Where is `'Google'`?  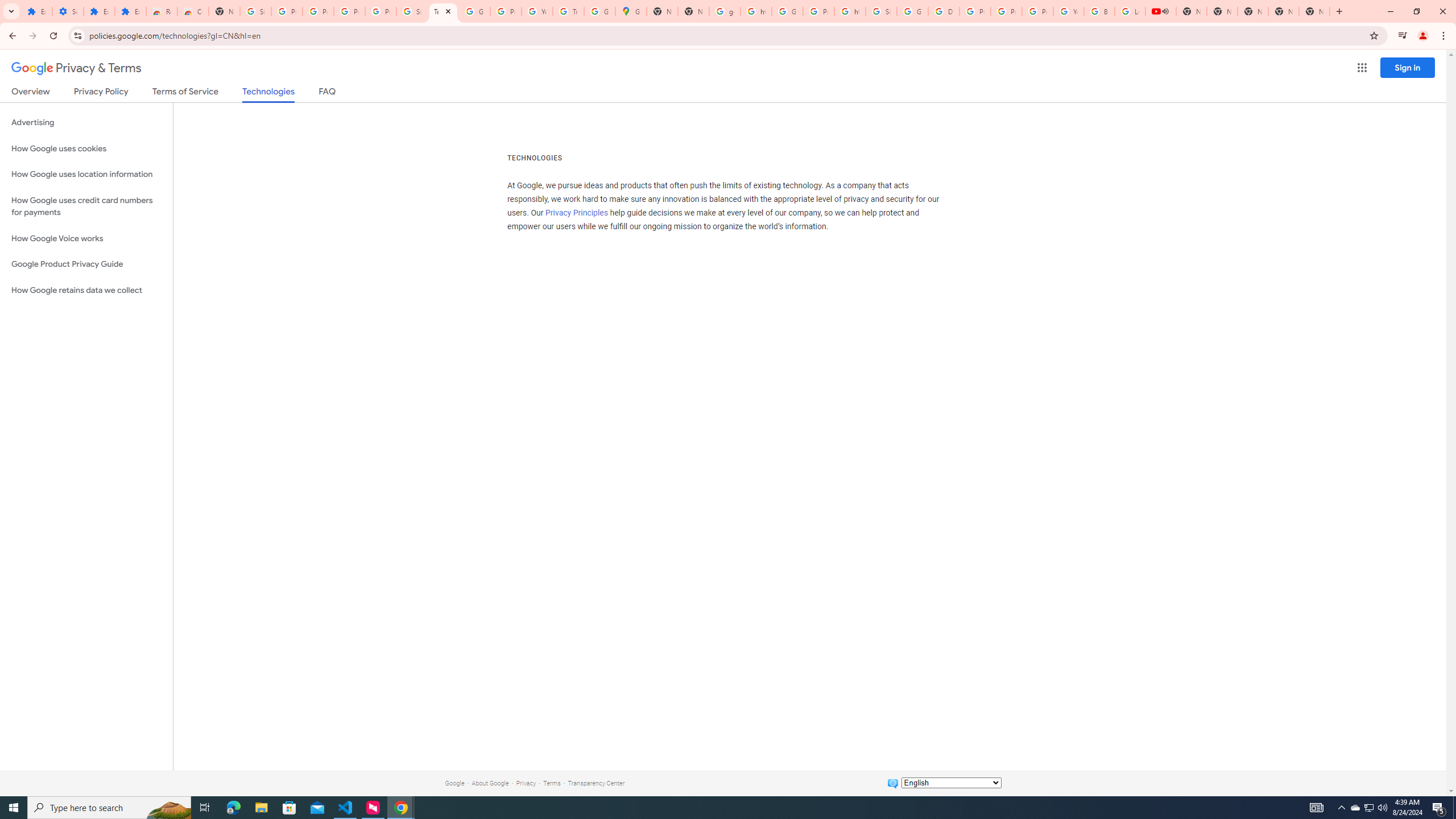 'Google' is located at coordinates (454, 783).